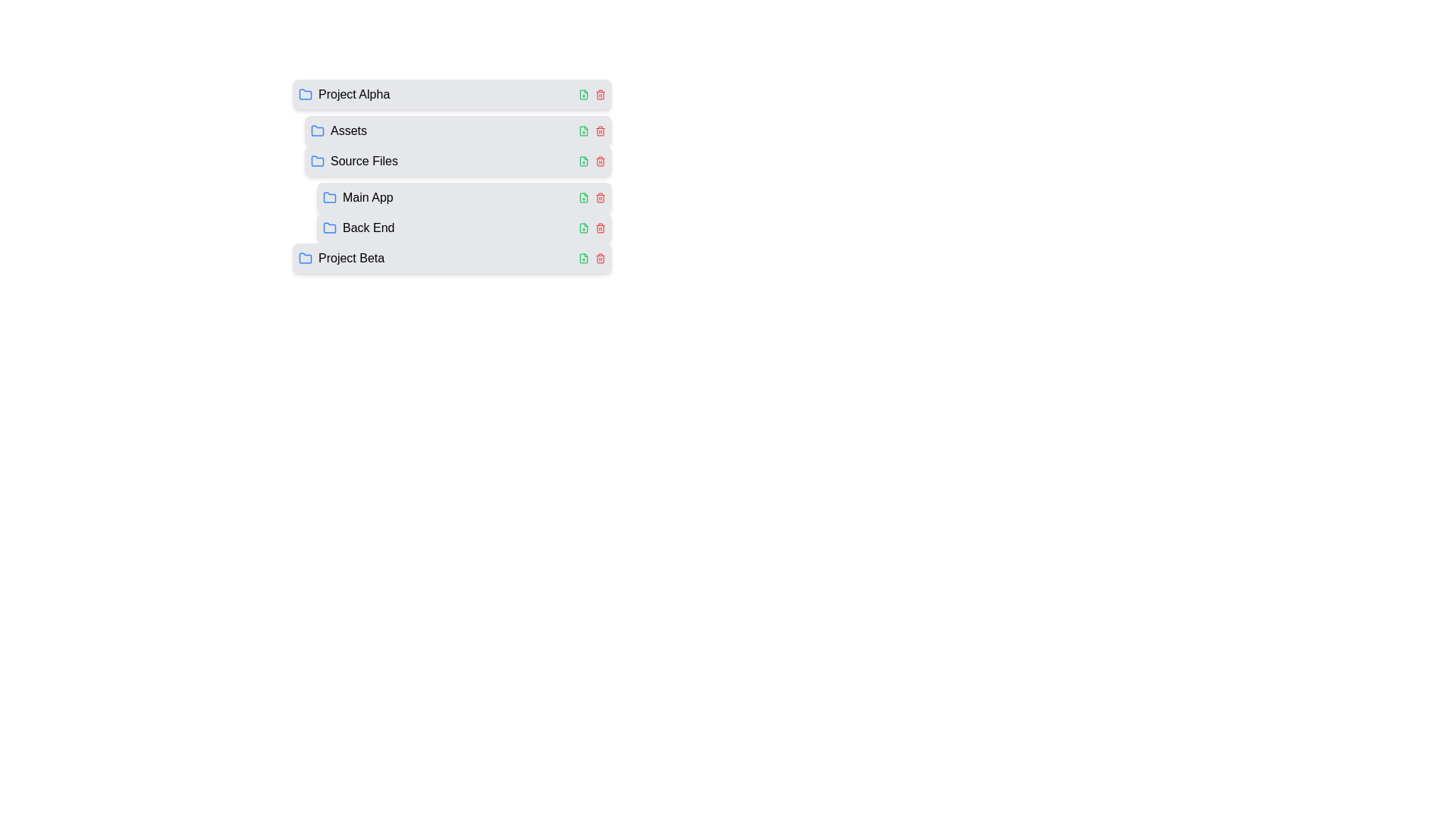  I want to click on the green-colored icon button with a 'plus' symbol, located in the 'Back End' row, so click(582, 227).